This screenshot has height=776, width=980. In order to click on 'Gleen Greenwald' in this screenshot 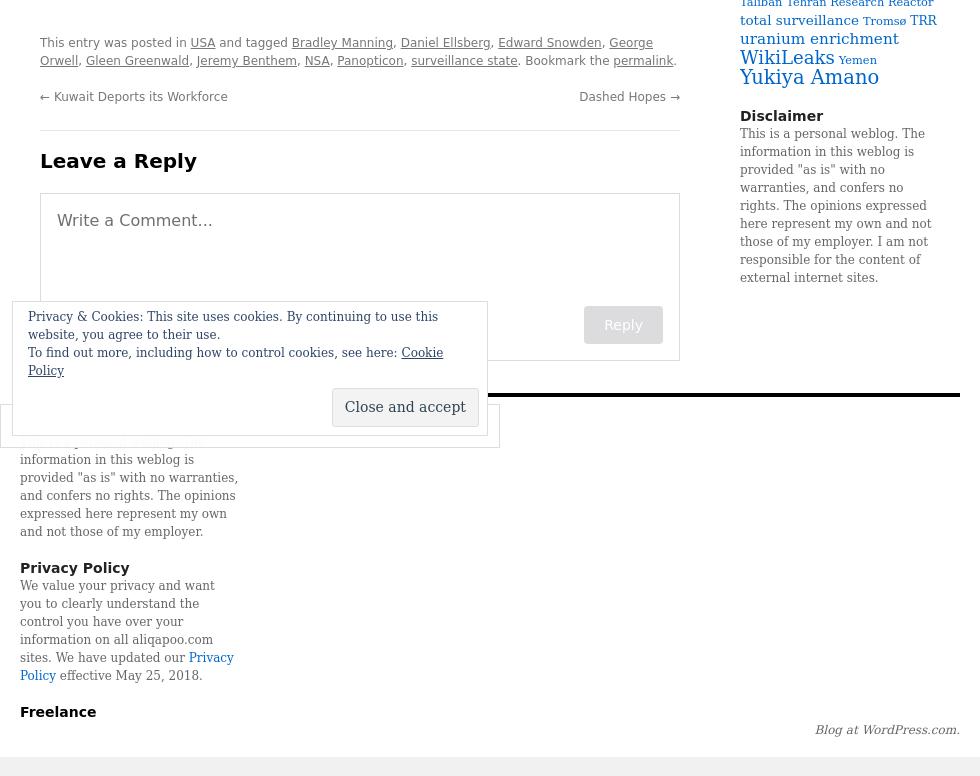, I will do `click(137, 59)`.